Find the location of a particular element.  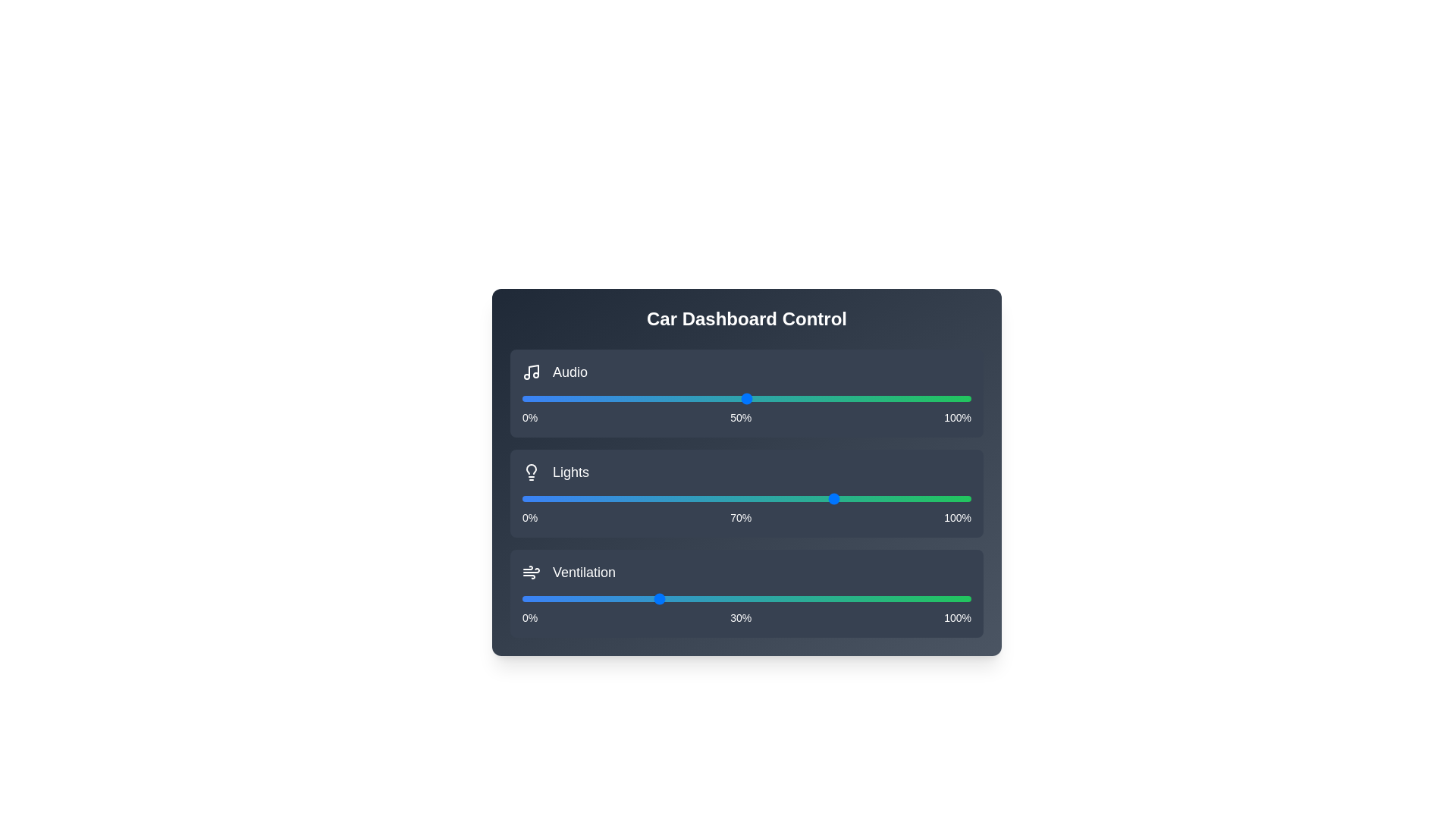

the audio slider to set the volume to 14% is located at coordinates (584, 397).